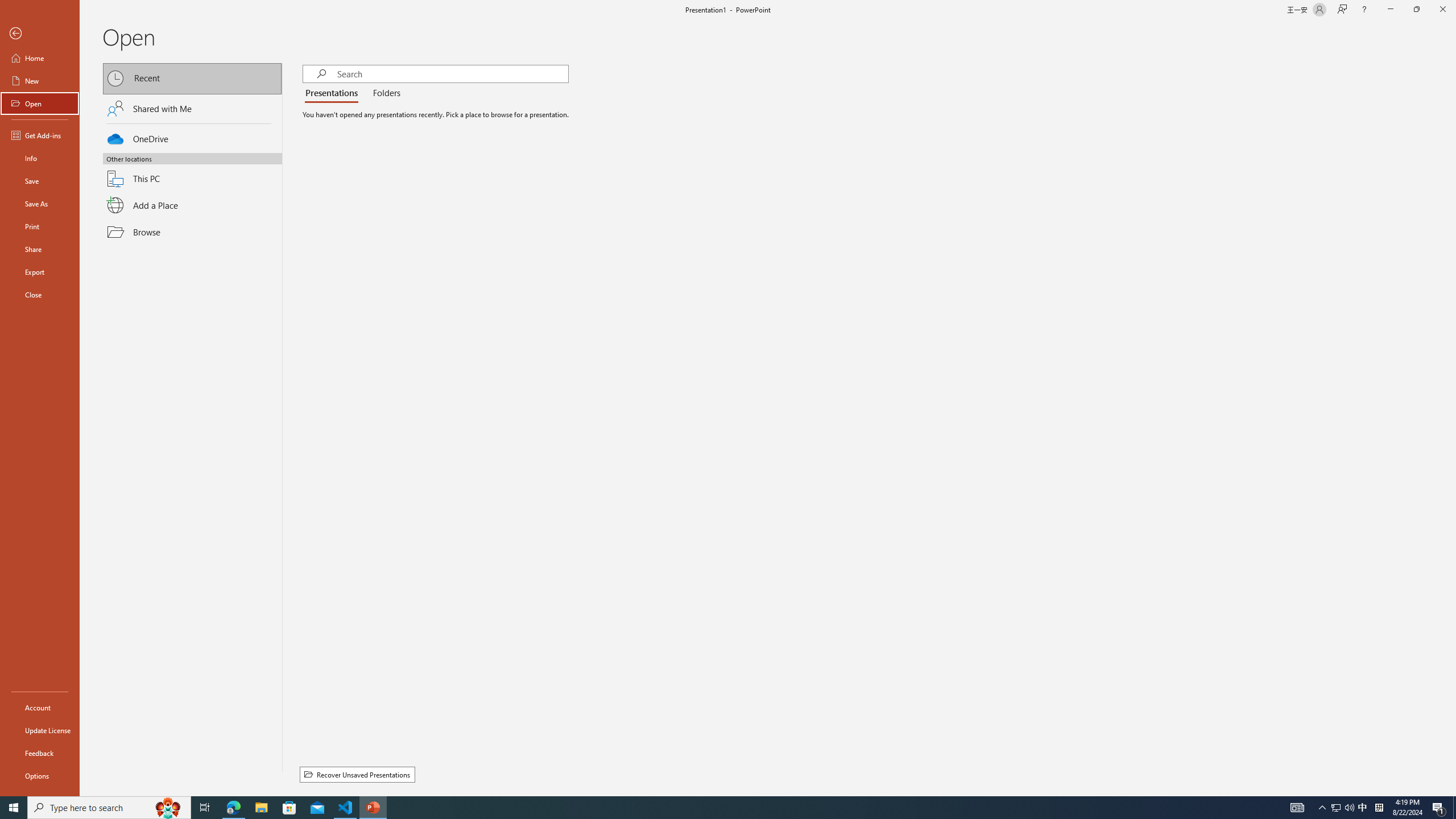 The height and width of the screenshot is (819, 1456). Describe the element at coordinates (39, 730) in the screenshot. I see `'Update License'` at that location.